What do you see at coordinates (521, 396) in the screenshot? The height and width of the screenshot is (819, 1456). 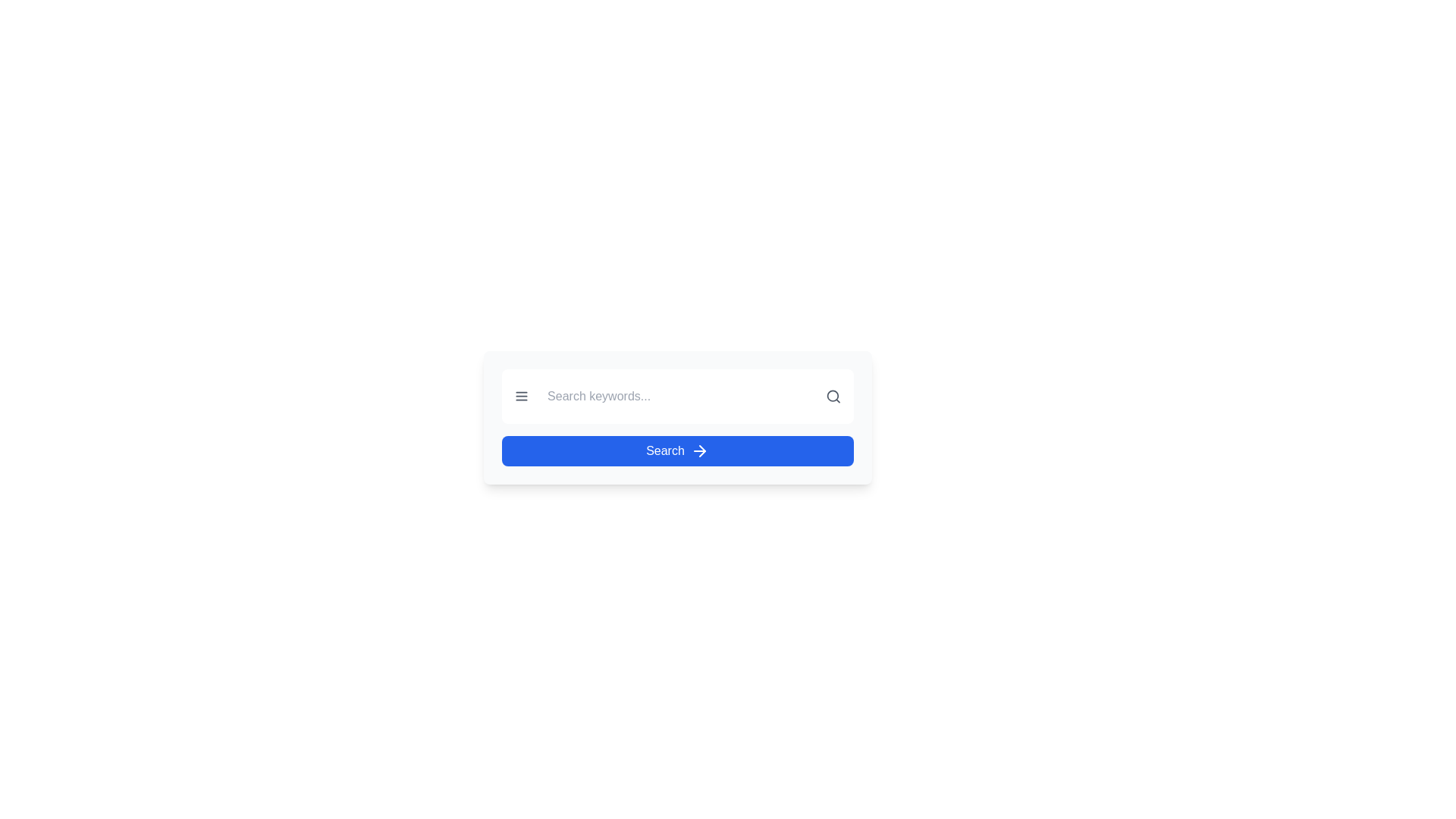 I see `the three-line menu icon, styled with a grayish color` at bounding box center [521, 396].